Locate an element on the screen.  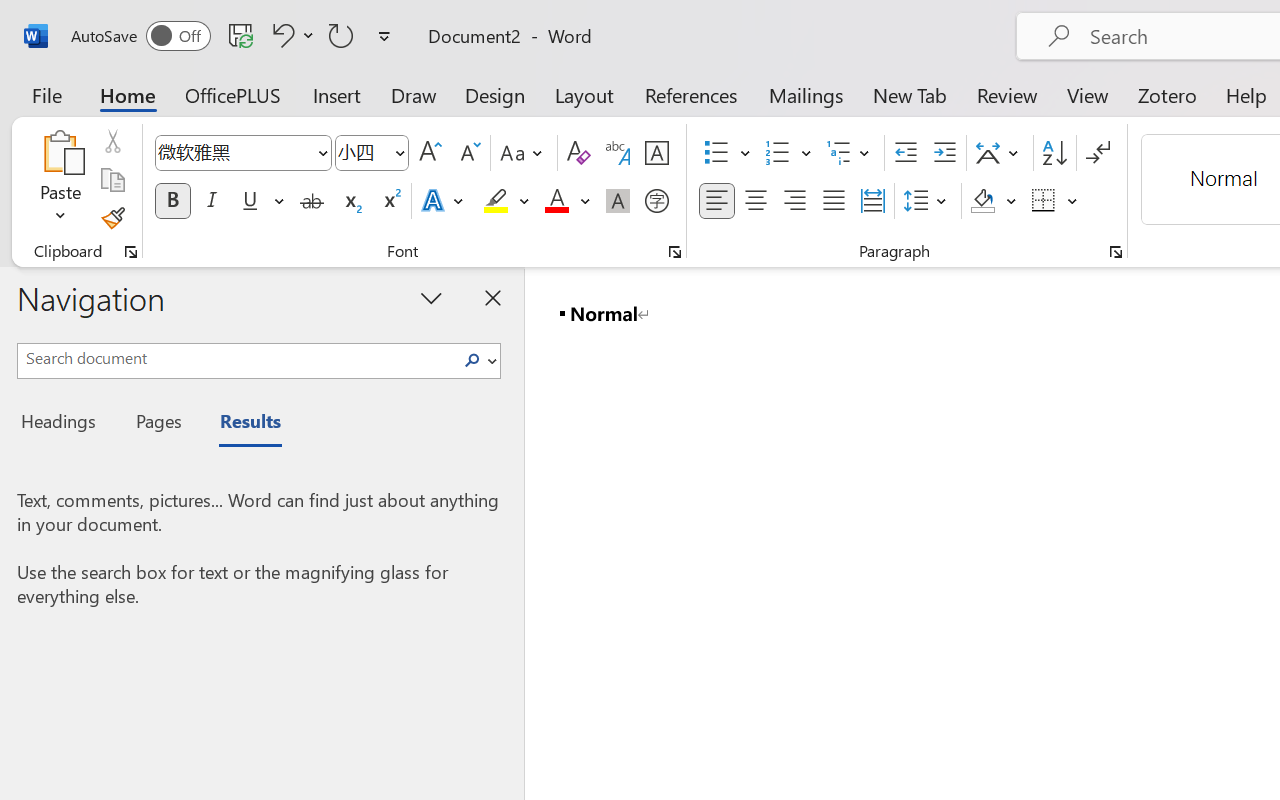
'Office Clipboard...' is located at coordinates (130, 251).